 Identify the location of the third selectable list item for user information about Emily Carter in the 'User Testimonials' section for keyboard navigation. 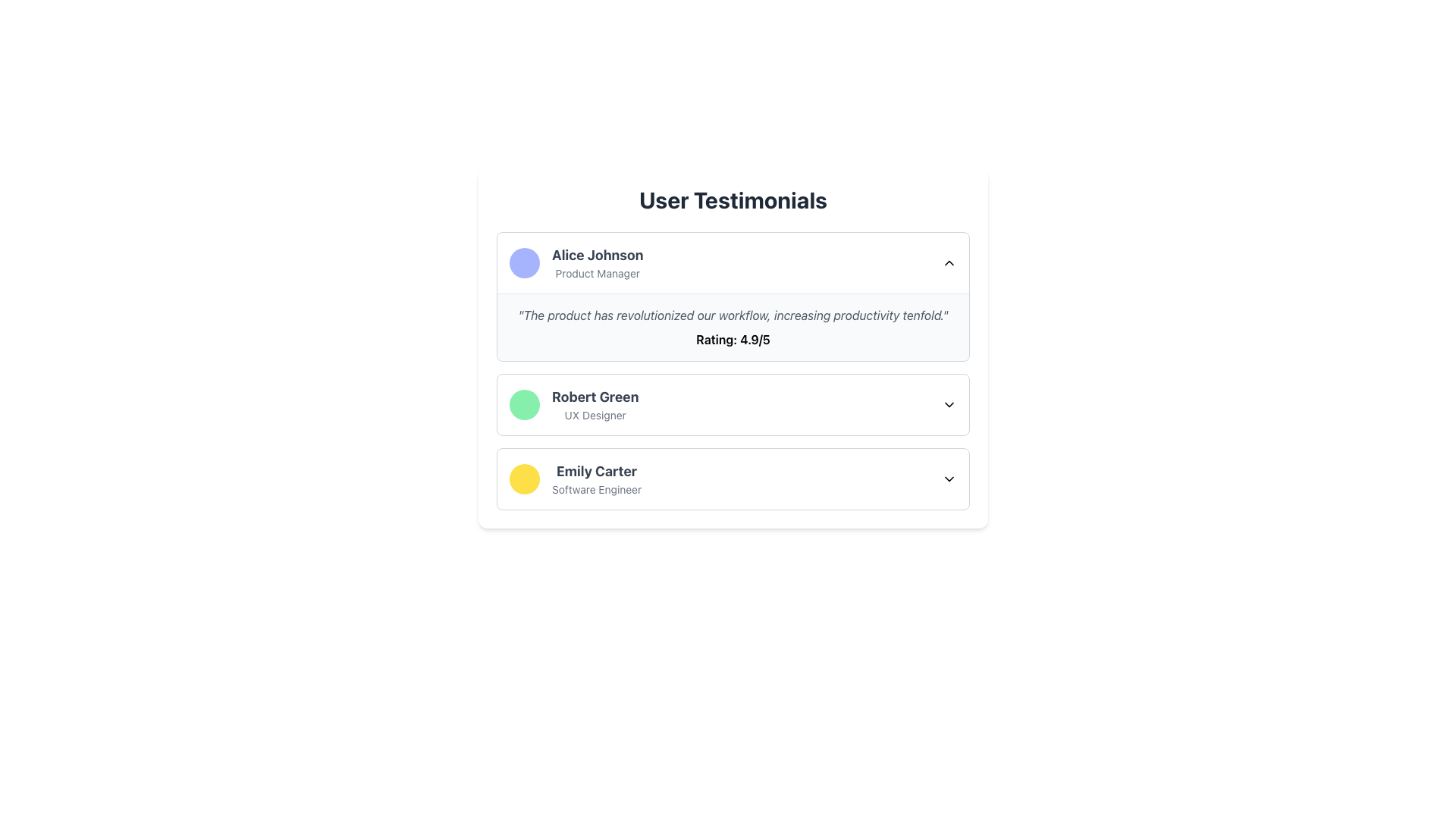
(733, 479).